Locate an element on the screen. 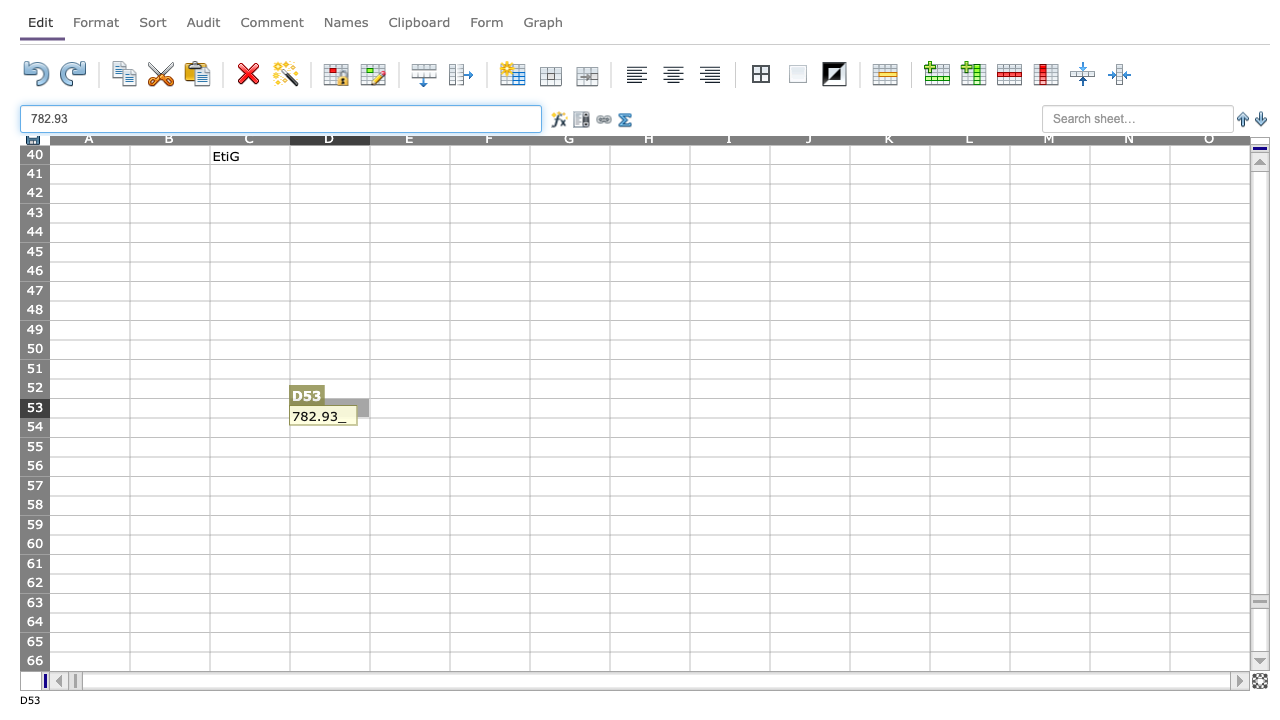  F66 is located at coordinates (489, 661).